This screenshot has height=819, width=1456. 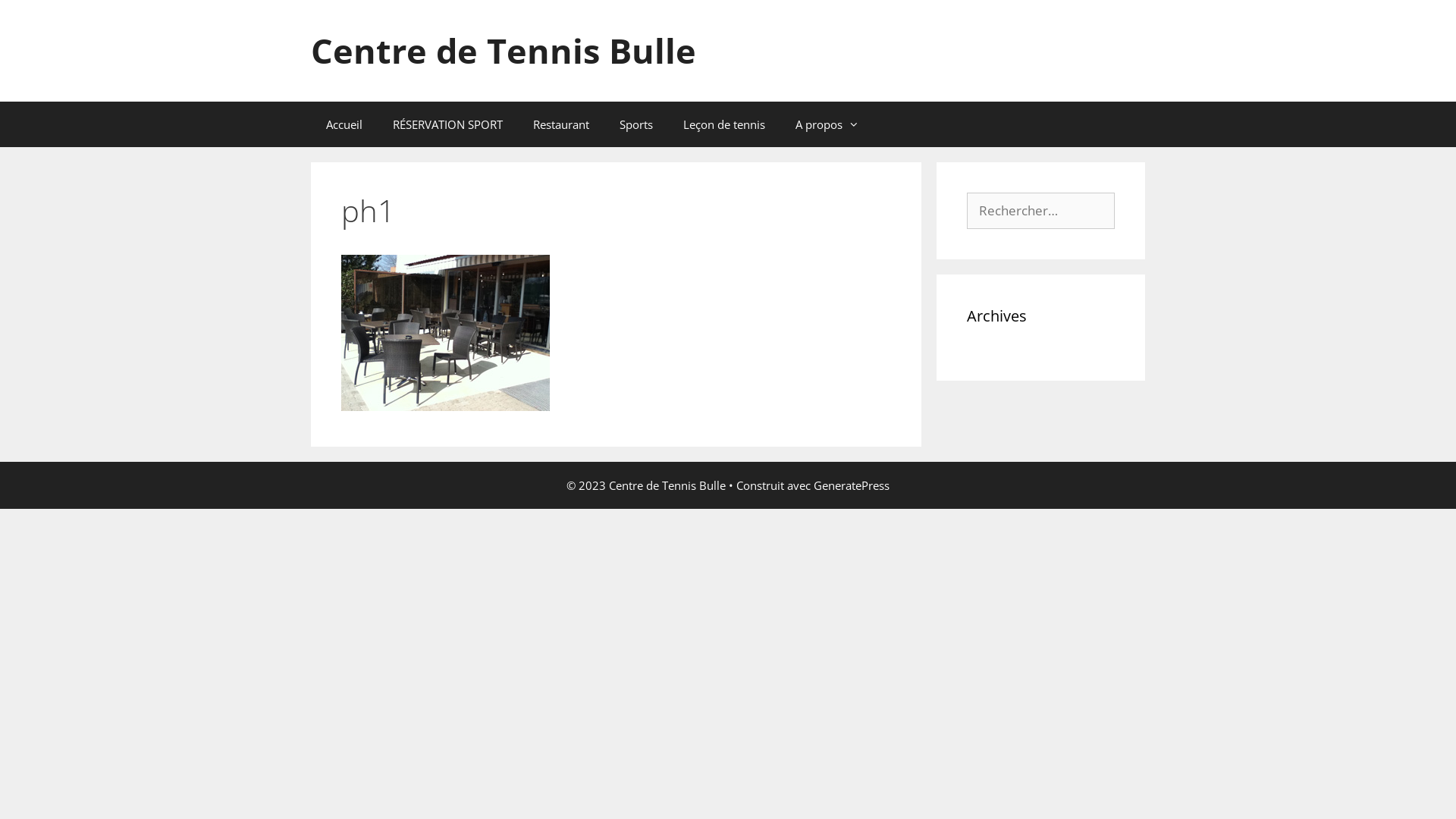 What do you see at coordinates (309, 49) in the screenshot?
I see `'Centre de Tennis Bulle'` at bounding box center [309, 49].